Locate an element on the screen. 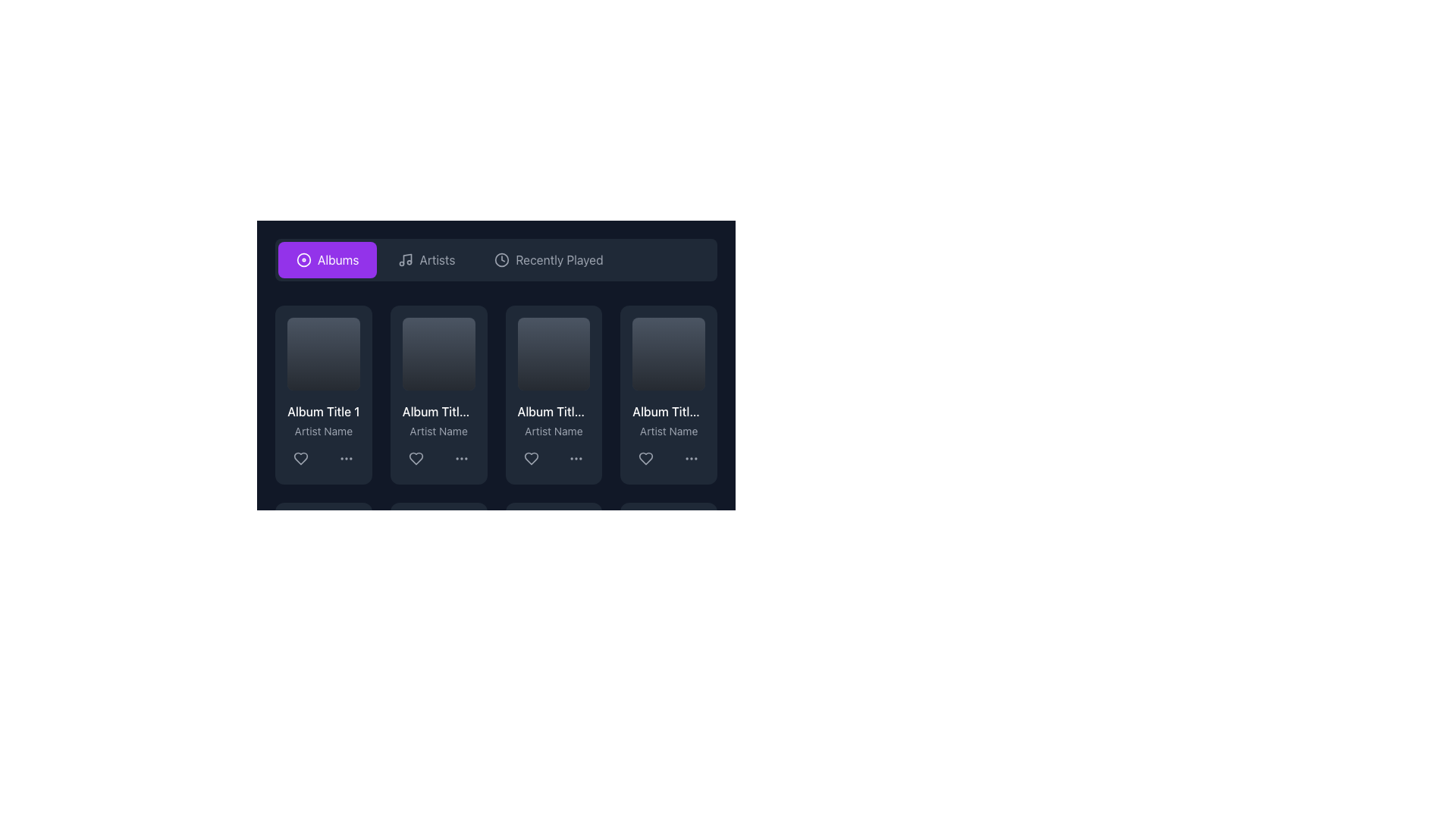 This screenshot has width=1456, height=819. the 'Artists' tab icon located in the upper-central region of the navigation bar is located at coordinates (406, 259).